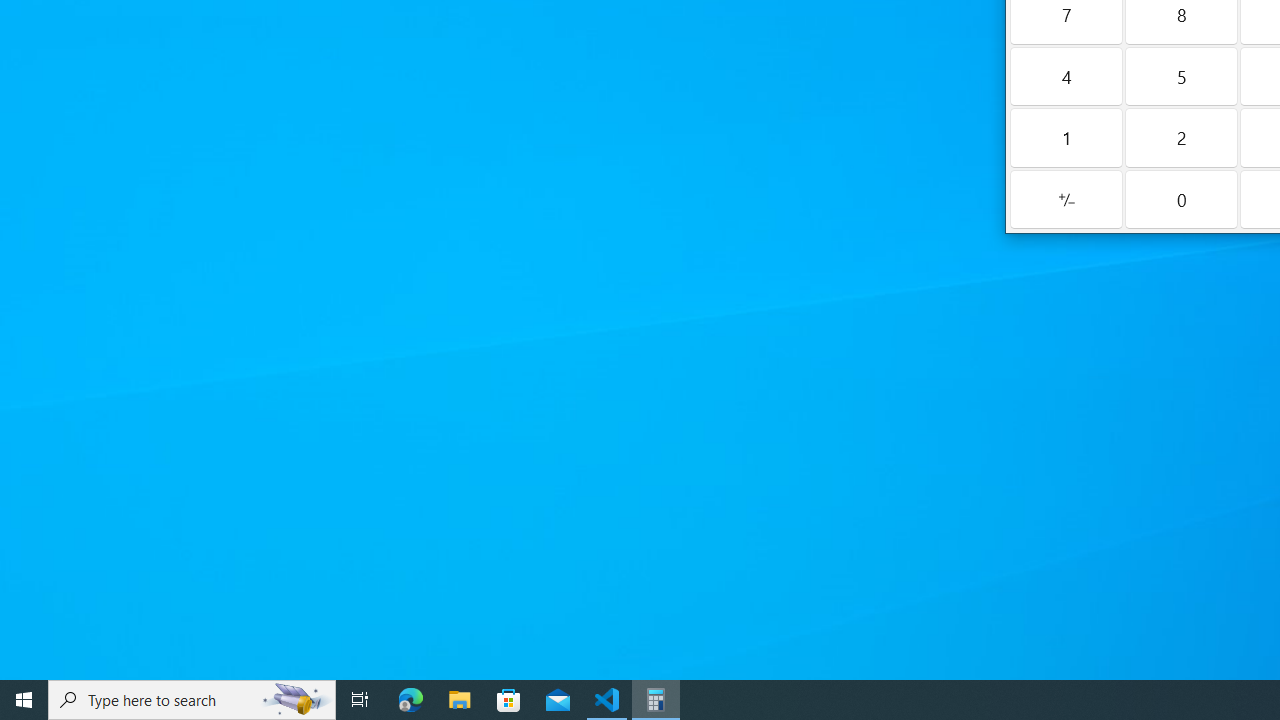 This screenshot has height=720, width=1280. I want to click on 'Zero', so click(1181, 199).